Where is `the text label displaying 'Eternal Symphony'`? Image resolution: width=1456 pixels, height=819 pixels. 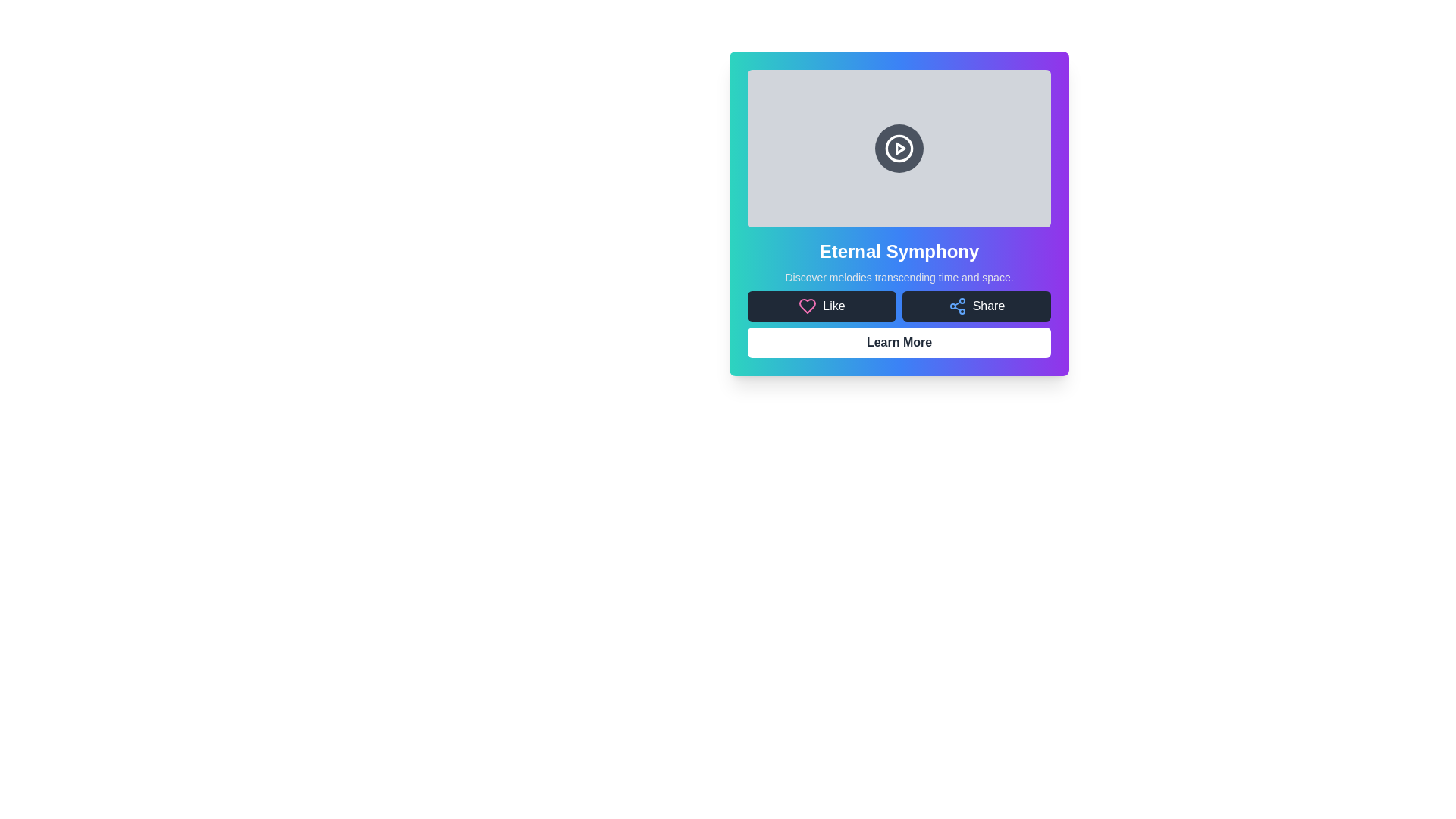
the text label displaying 'Eternal Symphony' is located at coordinates (899, 250).